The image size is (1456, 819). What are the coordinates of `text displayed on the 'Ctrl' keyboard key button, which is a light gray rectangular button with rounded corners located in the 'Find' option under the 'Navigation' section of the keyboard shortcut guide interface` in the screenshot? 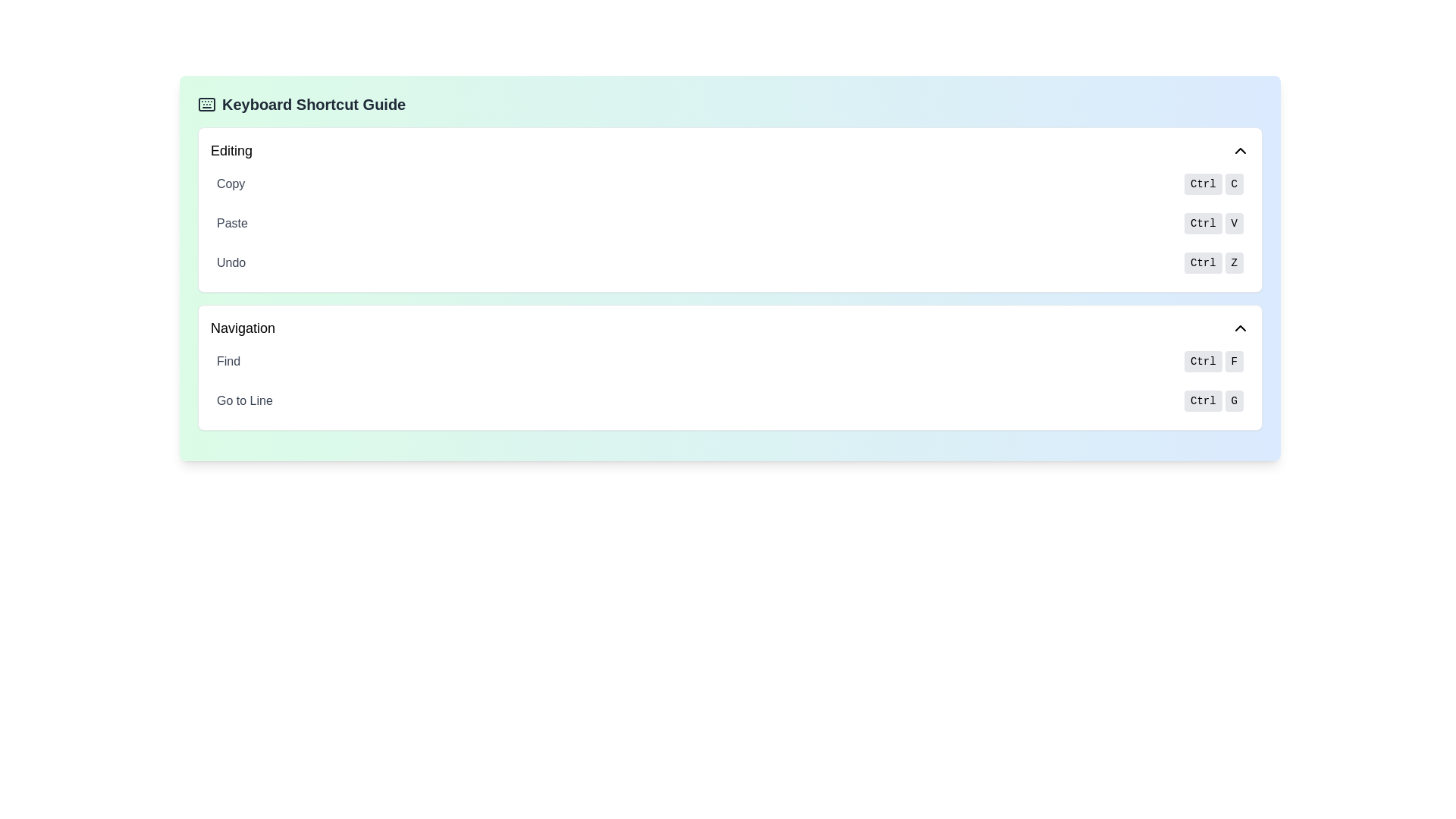 It's located at (1202, 362).